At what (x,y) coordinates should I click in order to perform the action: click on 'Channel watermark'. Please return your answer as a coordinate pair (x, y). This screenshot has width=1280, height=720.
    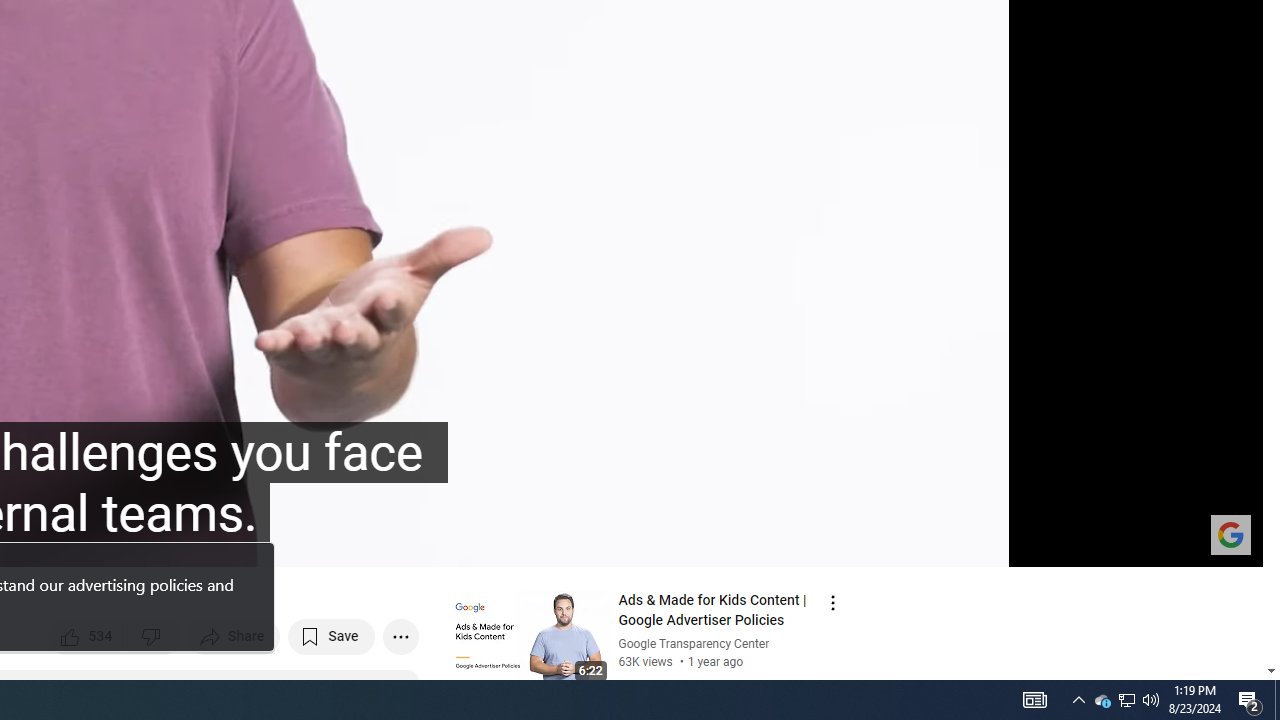
    Looking at the image, I should click on (1229, 533).